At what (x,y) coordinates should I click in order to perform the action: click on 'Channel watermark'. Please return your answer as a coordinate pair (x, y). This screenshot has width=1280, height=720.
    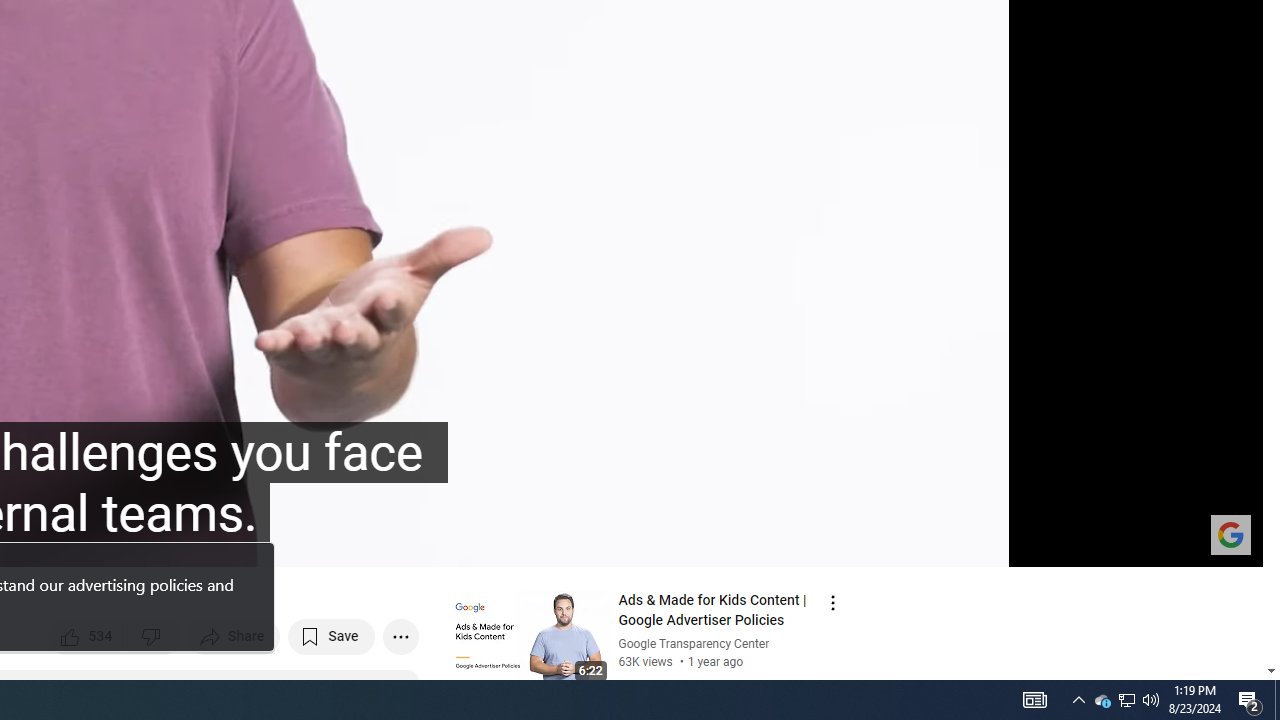
    Looking at the image, I should click on (1229, 533).